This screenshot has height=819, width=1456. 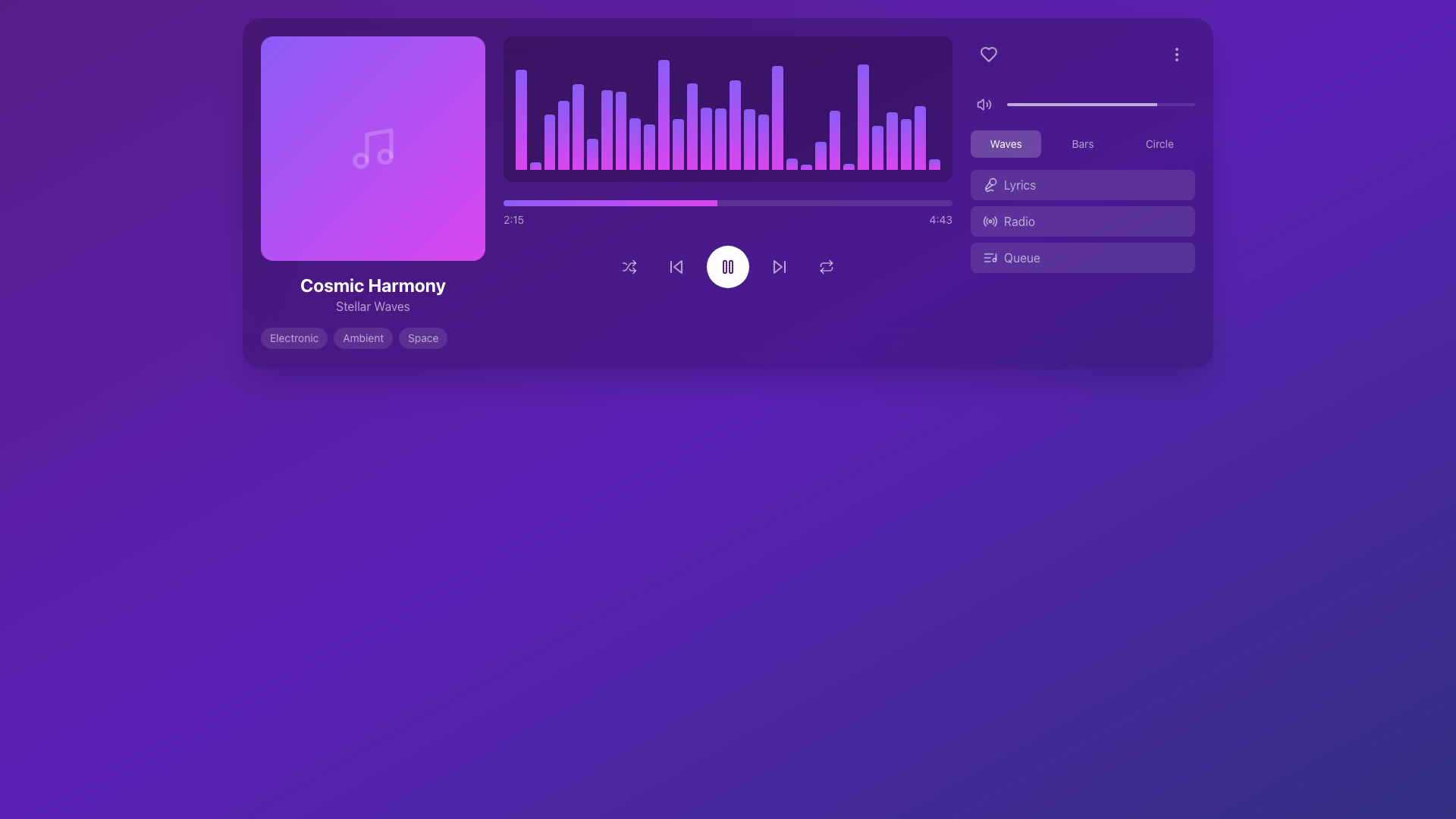 I want to click on the 22nd vertical audio bar in the graphical visualization component representing the audio spectrum, so click(x=820, y=155).